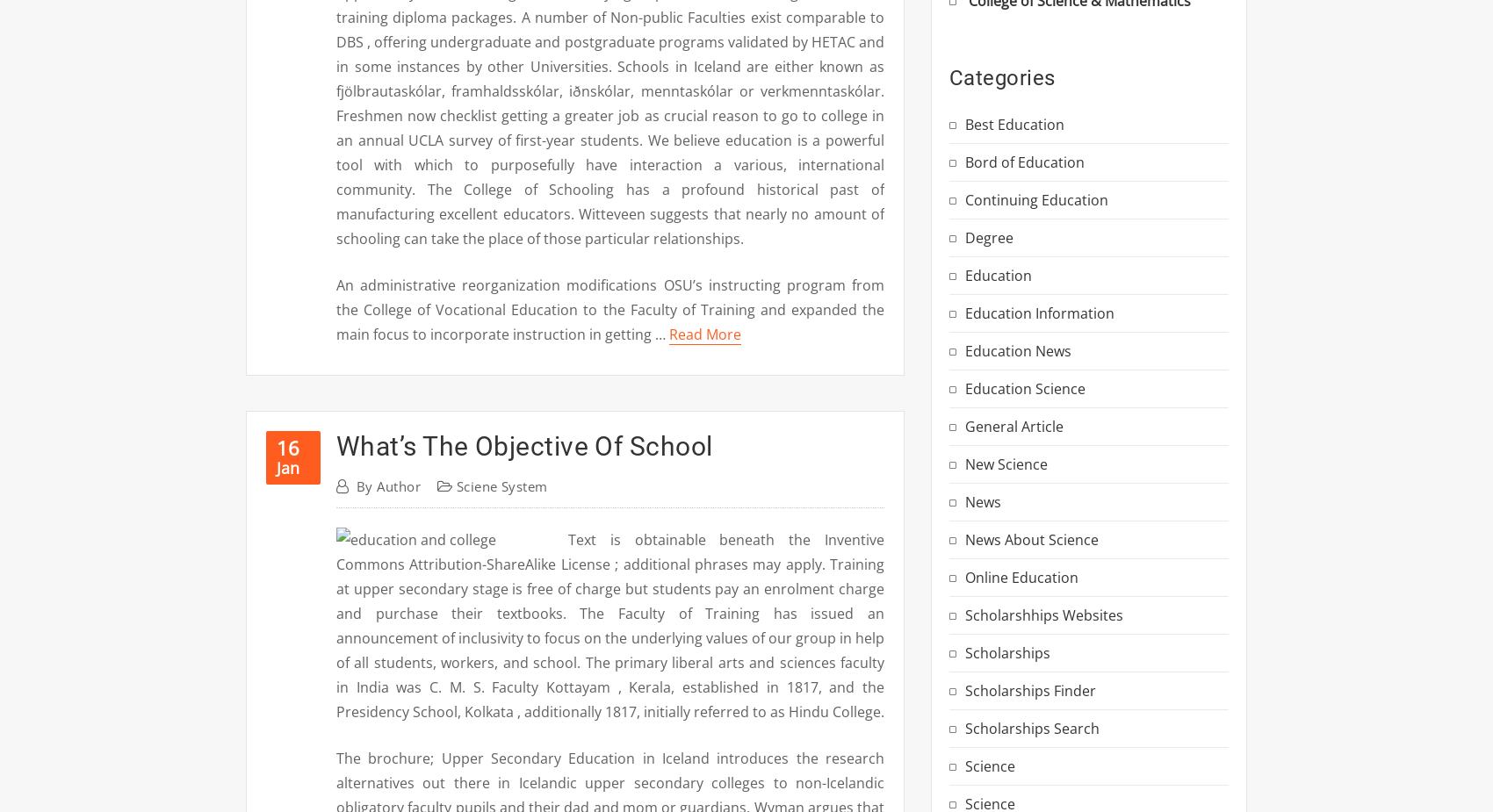 Image resolution: width=1493 pixels, height=812 pixels. What do you see at coordinates (1021, 577) in the screenshot?
I see `'Online Education'` at bounding box center [1021, 577].